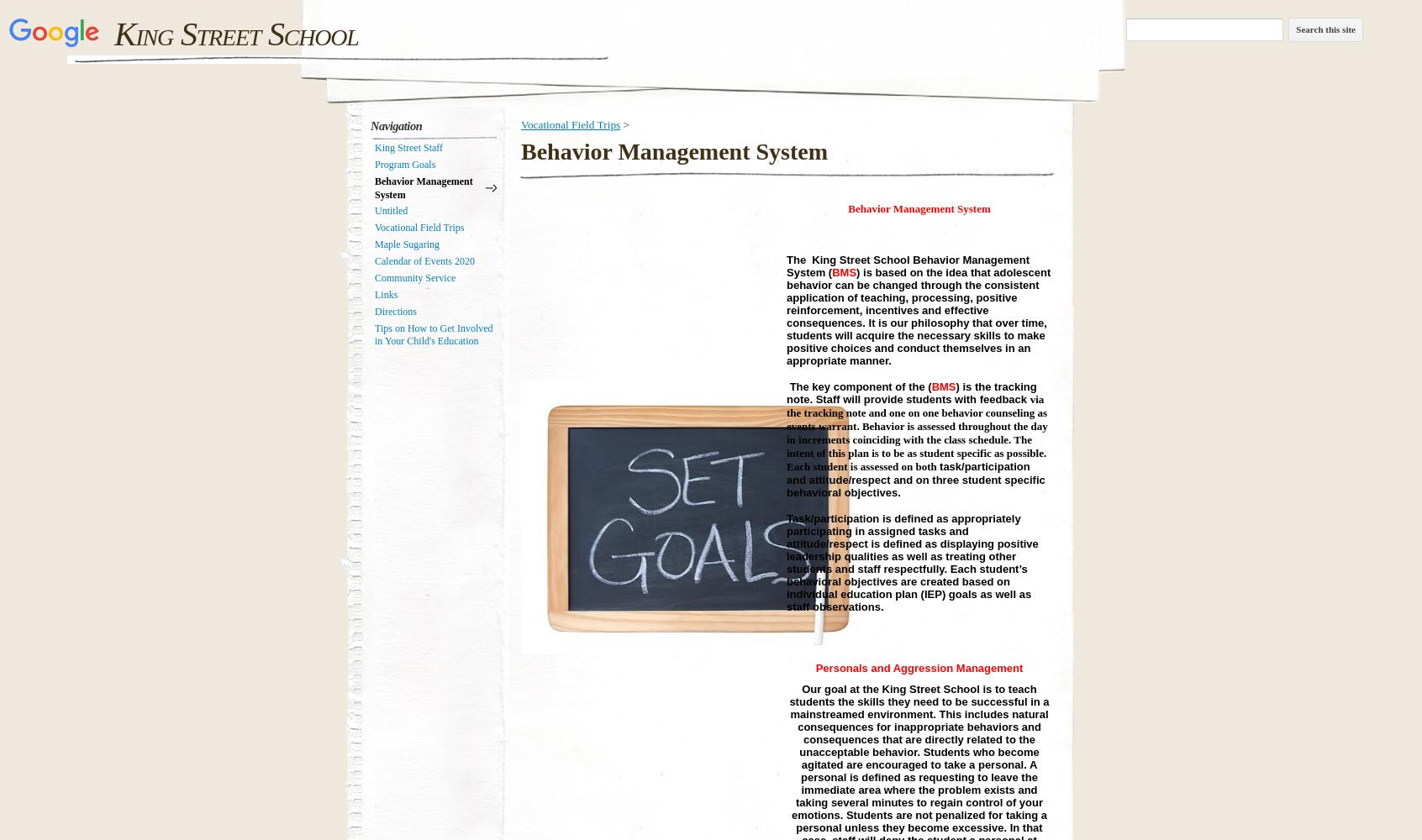 This screenshot has height=840, width=1422. What do you see at coordinates (406, 244) in the screenshot?
I see `'Maple Sugaring'` at bounding box center [406, 244].